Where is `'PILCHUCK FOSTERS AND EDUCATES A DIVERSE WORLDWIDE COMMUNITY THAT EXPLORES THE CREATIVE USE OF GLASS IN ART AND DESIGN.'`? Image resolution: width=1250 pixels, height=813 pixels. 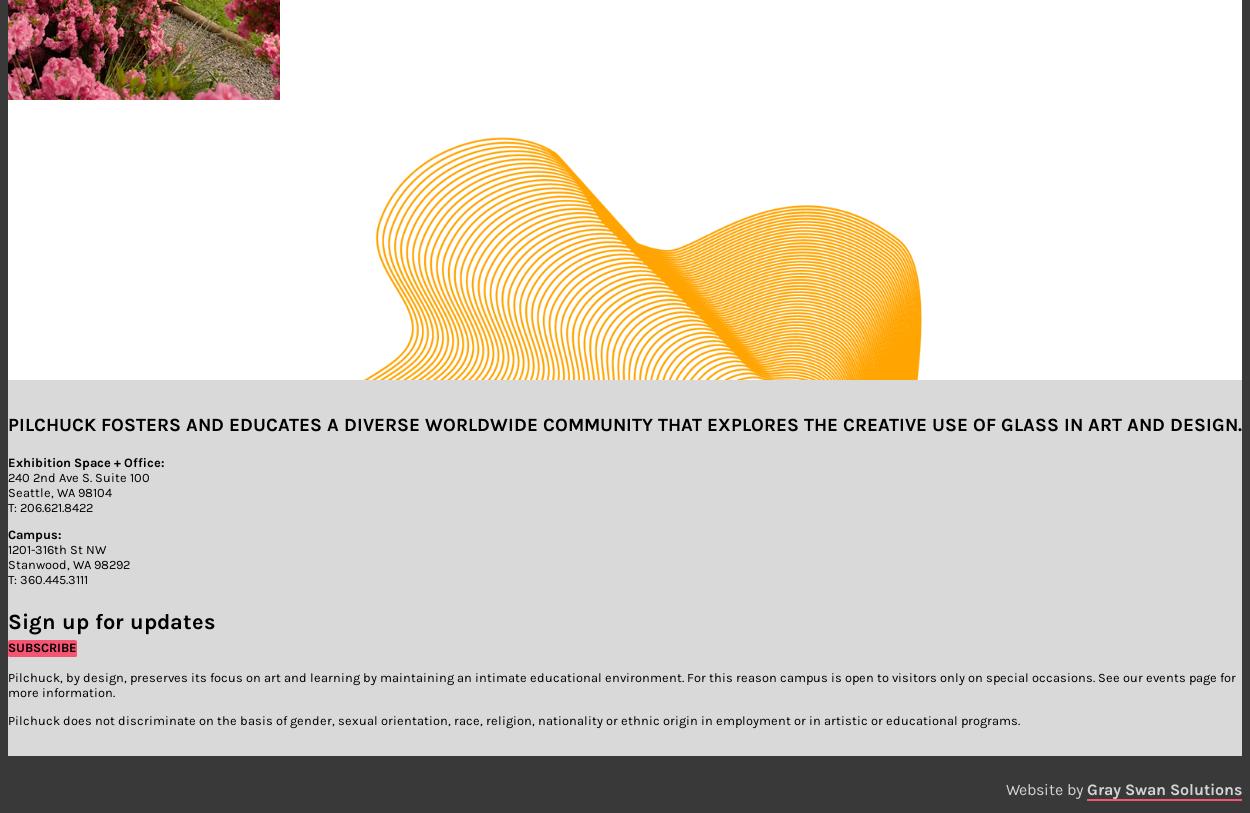 'PILCHUCK FOSTERS AND EDUCATES A DIVERSE WORLDWIDE COMMUNITY THAT EXPLORES THE CREATIVE USE OF GLASS IN ART AND DESIGN.' is located at coordinates (625, 423).